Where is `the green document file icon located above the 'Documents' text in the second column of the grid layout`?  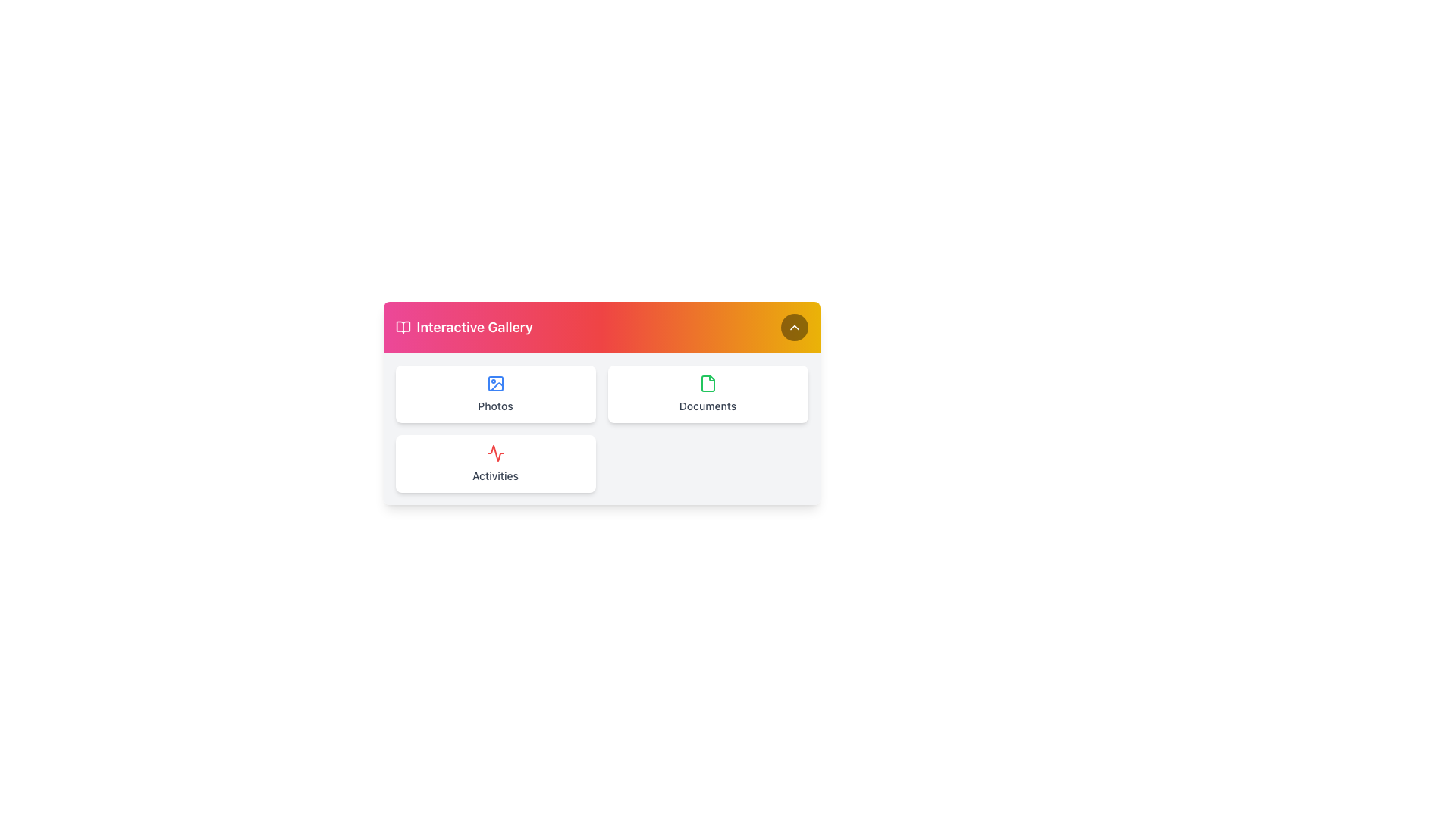 the green document file icon located above the 'Documents' text in the second column of the grid layout is located at coordinates (707, 382).